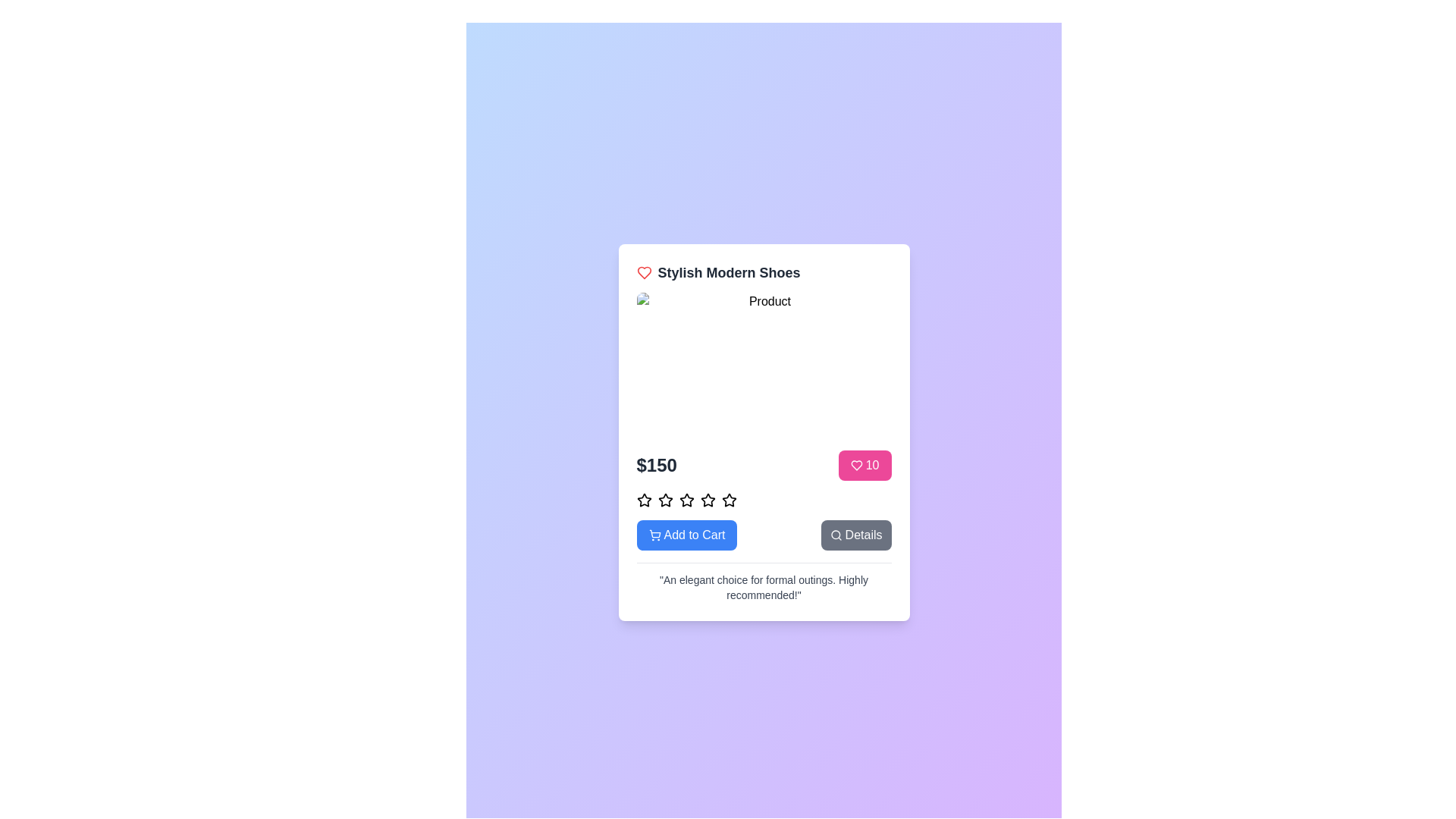 The width and height of the screenshot is (1456, 819). What do you see at coordinates (864, 464) in the screenshot?
I see `the pink button with a white heart icon and bold white text displaying '10' to increment the like count` at bounding box center [864, 464].